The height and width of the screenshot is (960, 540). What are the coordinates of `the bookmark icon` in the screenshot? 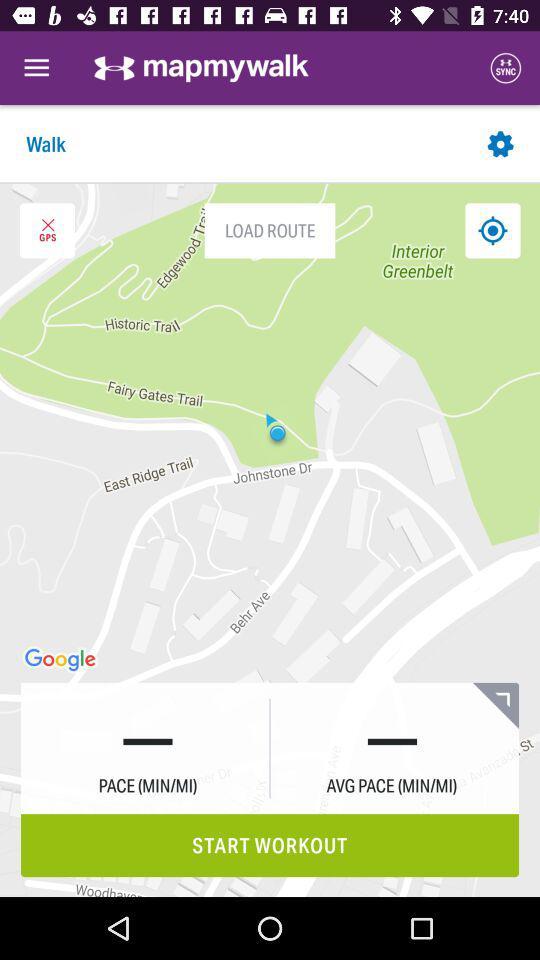 It's located at (494, 705).